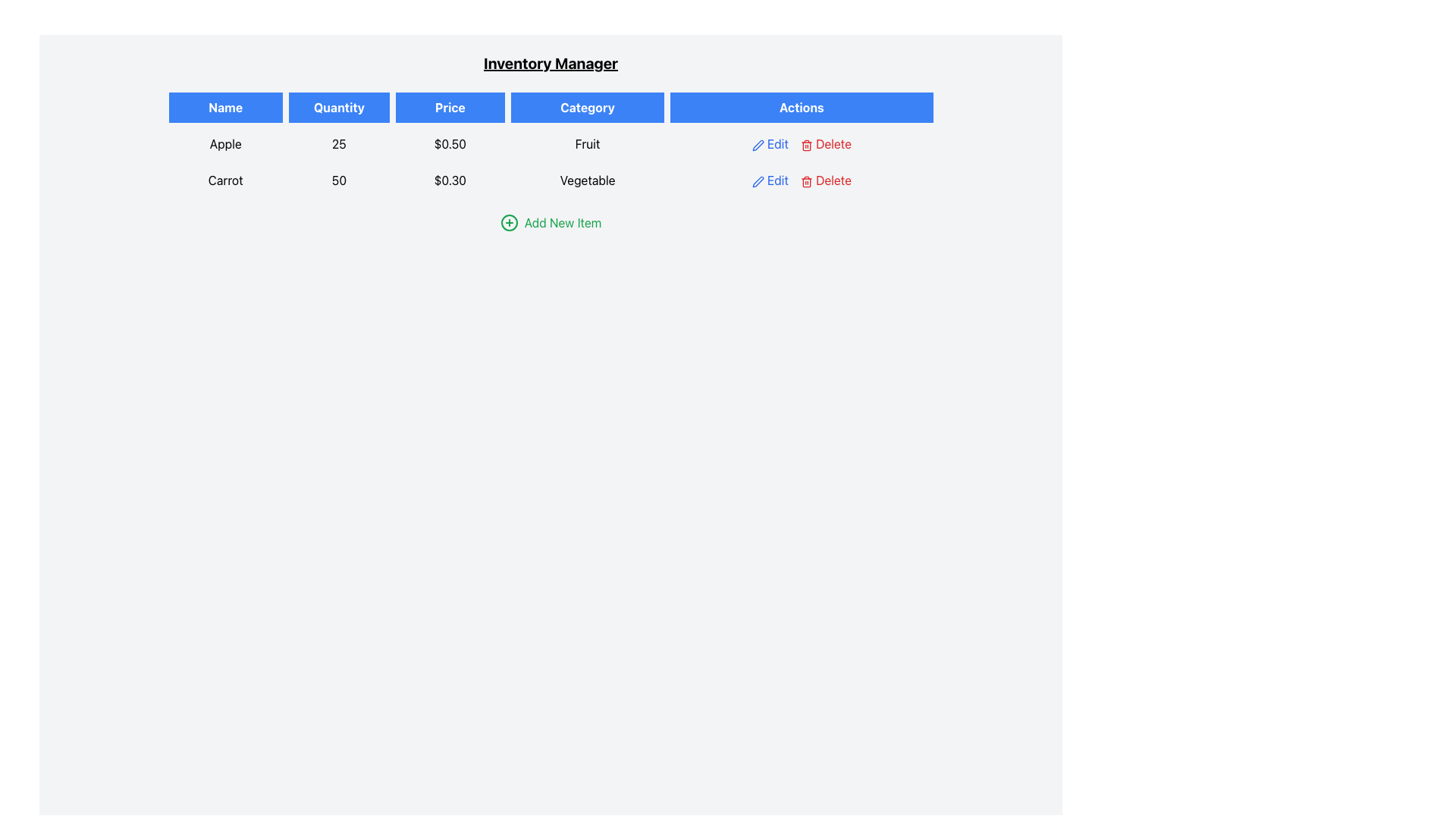 The width and height of the screenshot is (1456, 819). Describe the element at coordinates (801, 143) in the screenshot. I see `the 'Delete' button in the Actions column of the first row, which is styled in red` at that location.